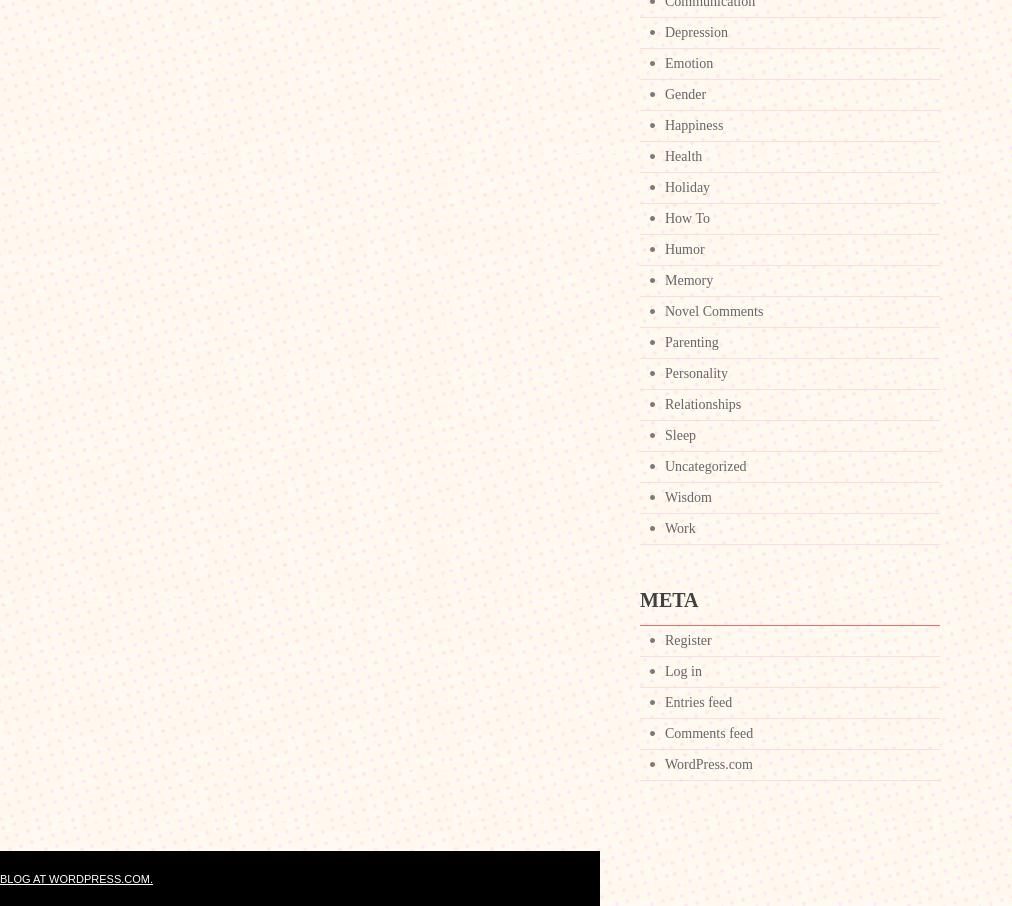 This screenshot has height=906, width=1012. Describe the element at coordinates (713, 310) in the screenshot. I see `'Novel Comments'` at that location.